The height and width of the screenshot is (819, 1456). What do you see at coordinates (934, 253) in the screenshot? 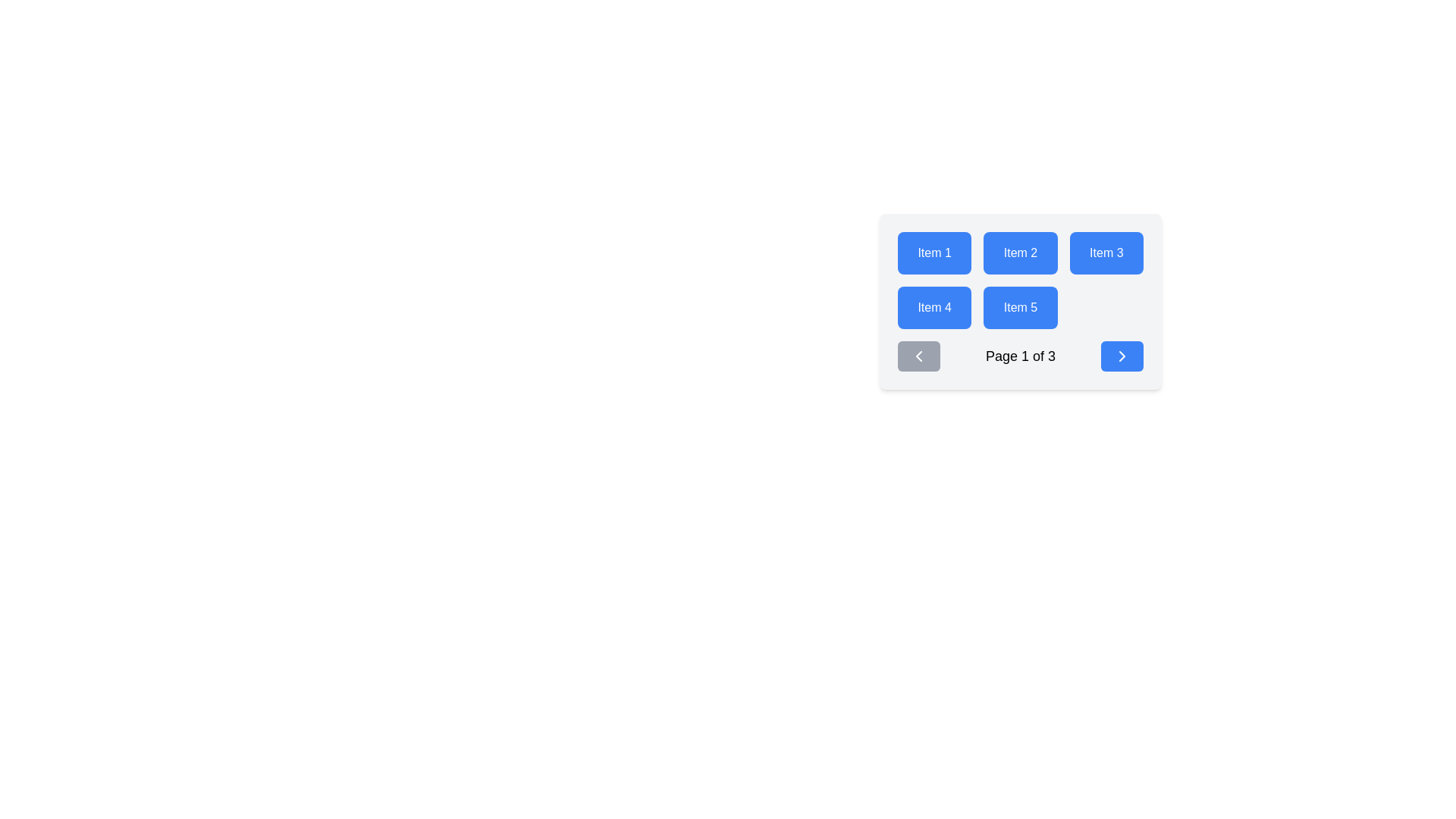
I see `the first static label or grid item located in the top-left corner of the grid in the upper-right section of the interface` at bounding box center [934, 253].